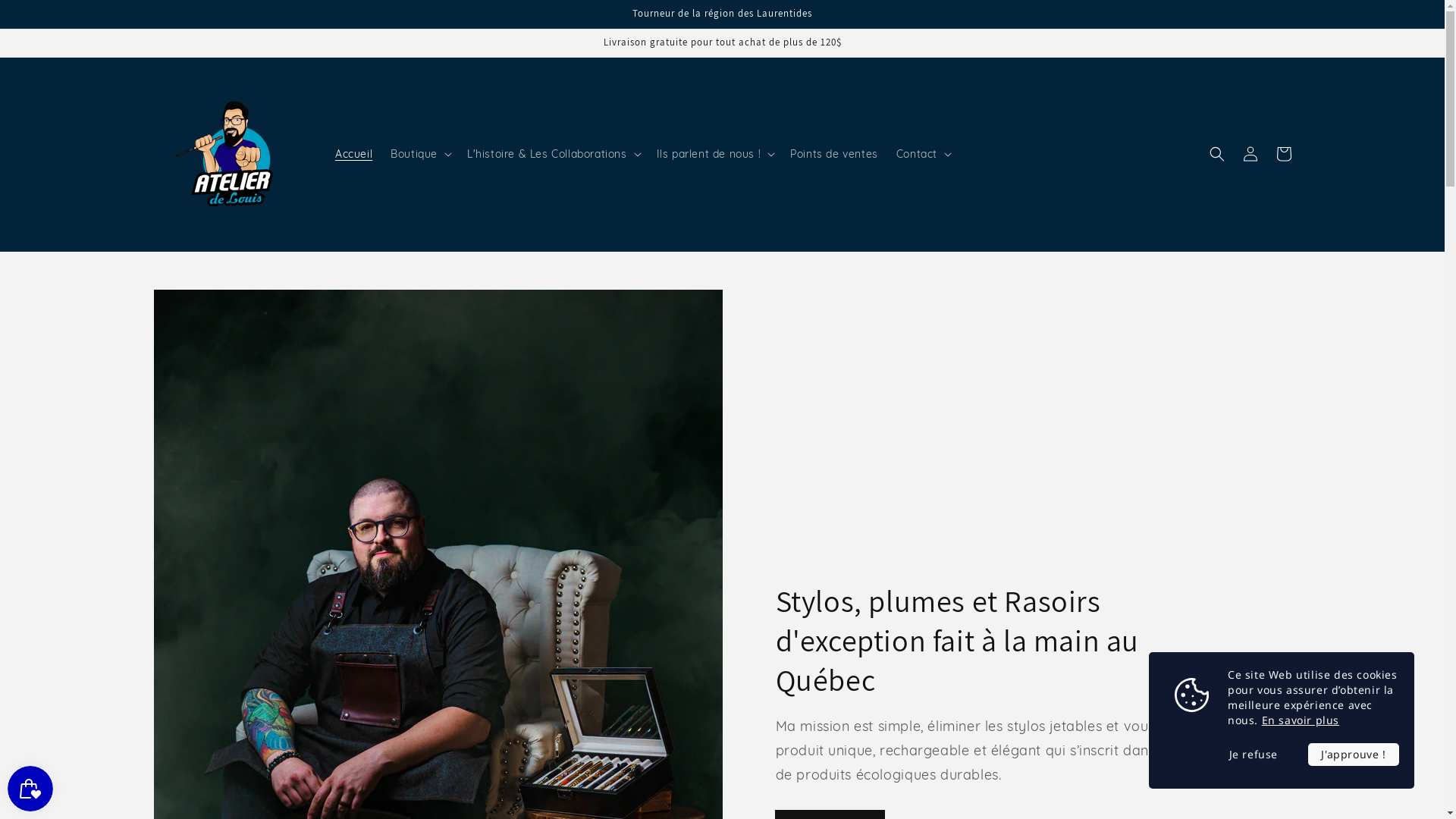 The image size is (1456, 819). What do you see at coordinates (30, 788) in the screenshot?
I see `'Smile.io Rewards Program Launcher'` at bounding box center [30, 788].